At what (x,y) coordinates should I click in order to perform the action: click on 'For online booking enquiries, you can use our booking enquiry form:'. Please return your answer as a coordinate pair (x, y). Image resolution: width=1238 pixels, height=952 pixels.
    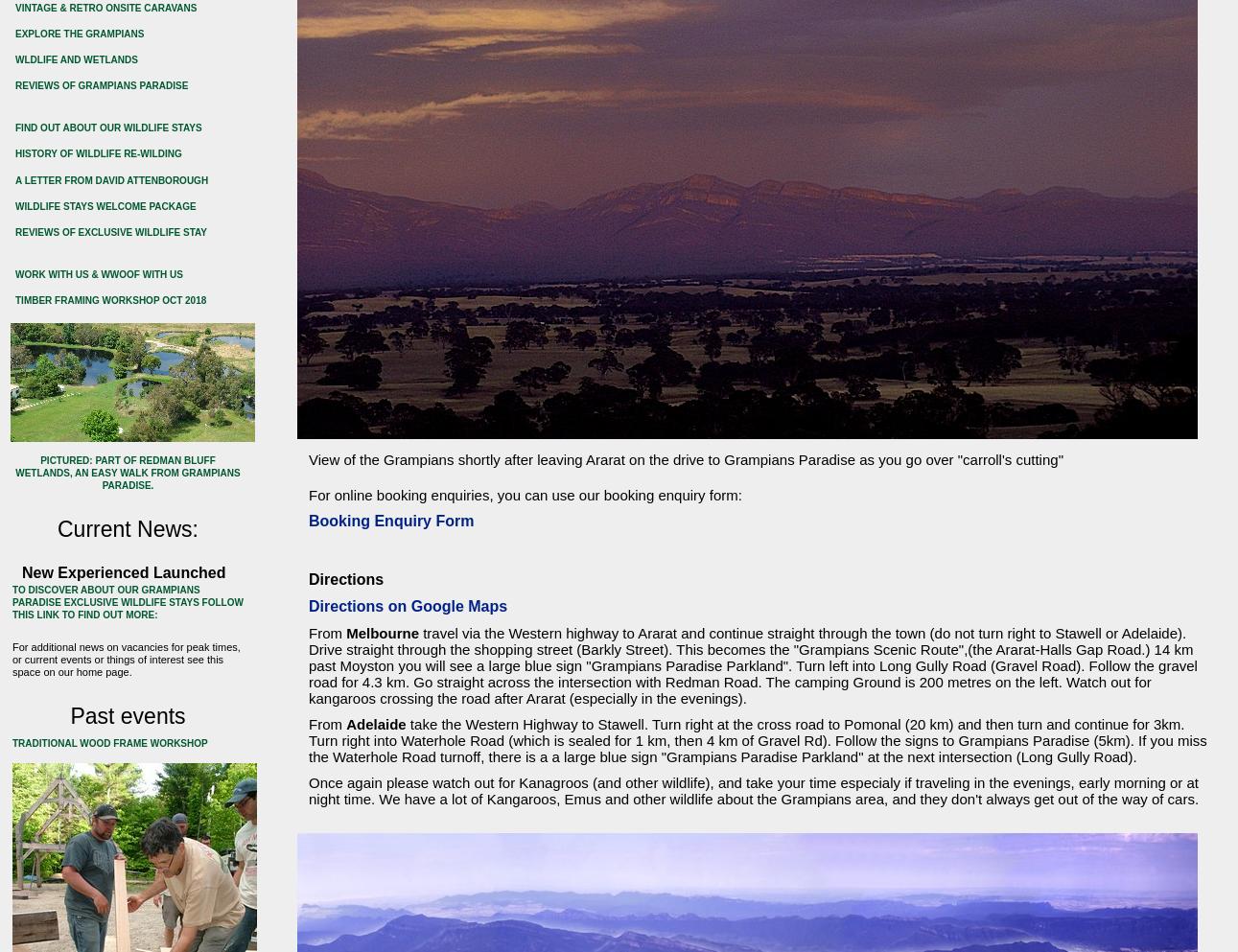
    Looking at the image, I should click on (524, 495).